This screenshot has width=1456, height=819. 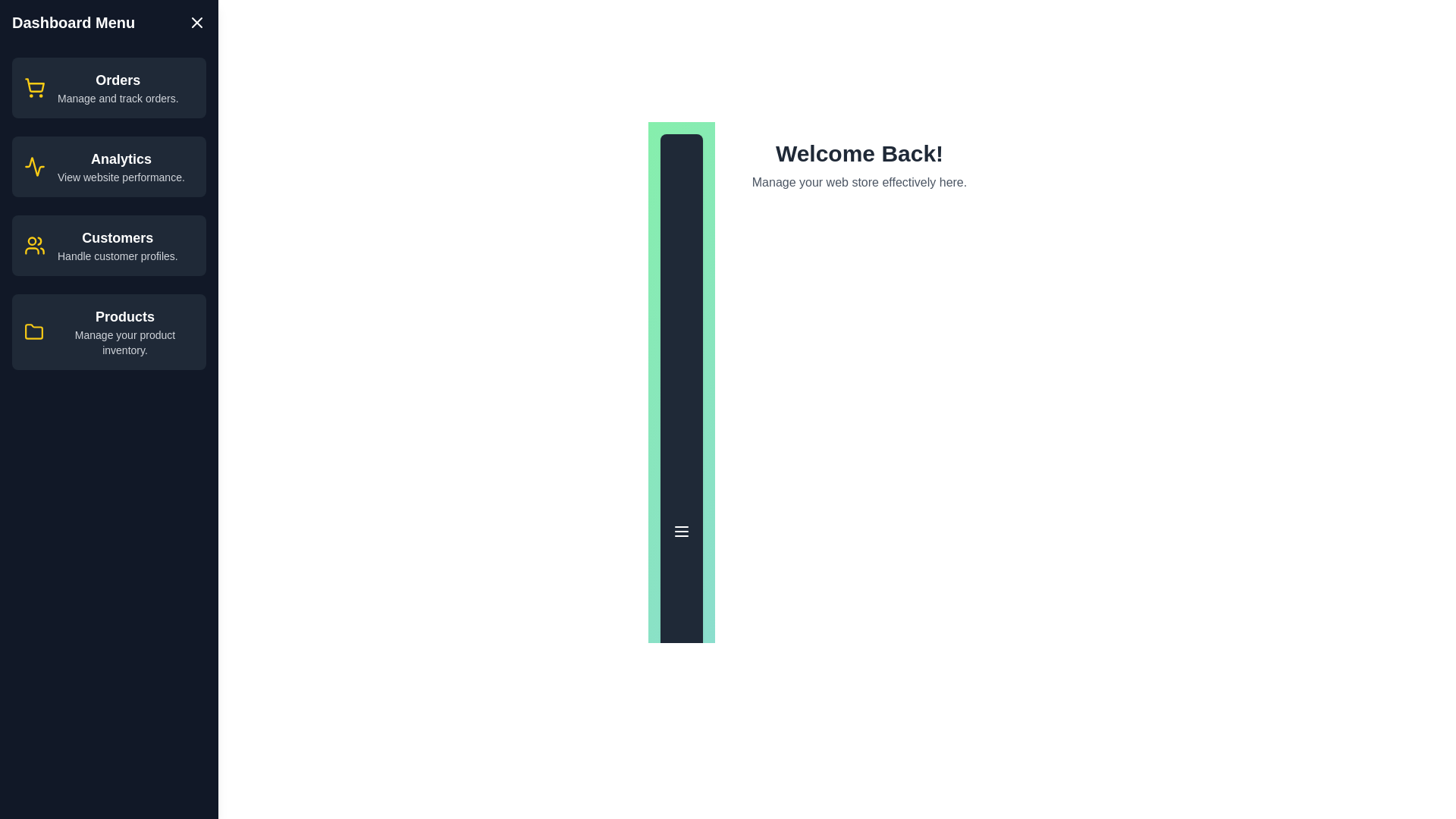 What do you see at coordinates (108, 166) in the screenshot?
I see `the menu item corresponding to Analytics to navigate to its section` at bounding box center [108, 166].